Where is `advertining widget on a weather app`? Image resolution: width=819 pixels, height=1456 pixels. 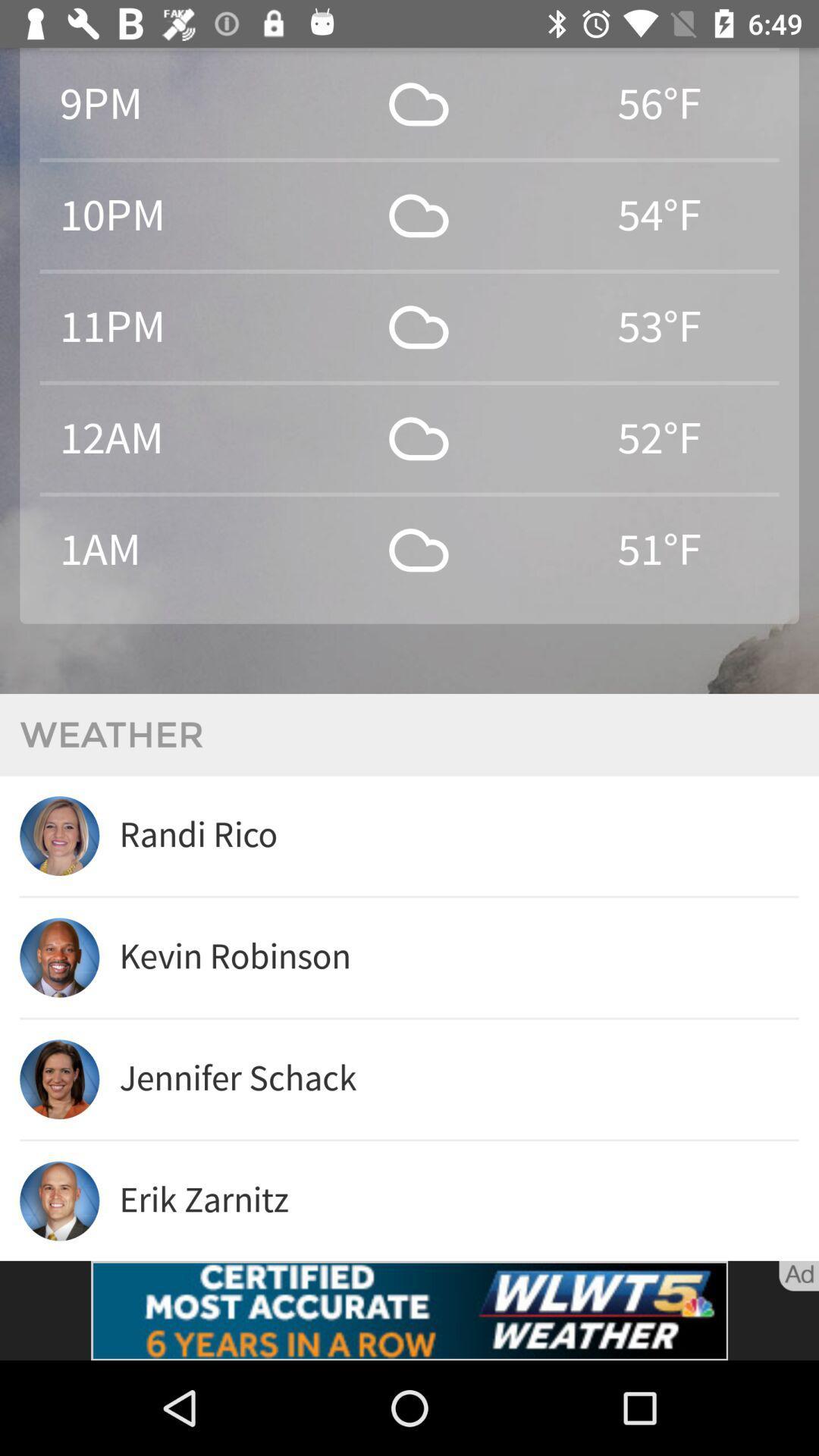
advertining widget on a weather app is located at coordinates (409, 1310).